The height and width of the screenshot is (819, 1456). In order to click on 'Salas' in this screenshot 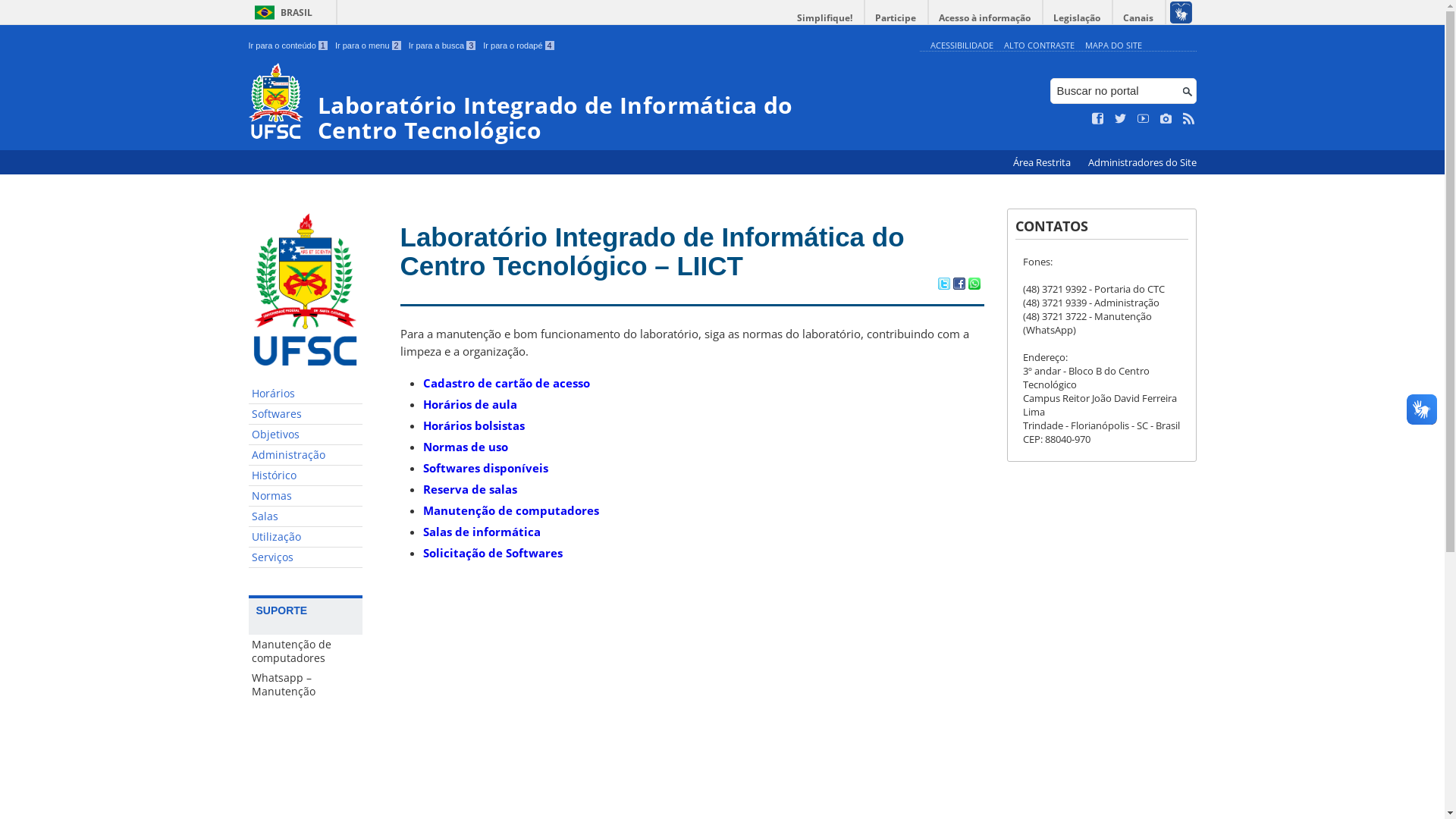, I will do `click(305, 516)`.